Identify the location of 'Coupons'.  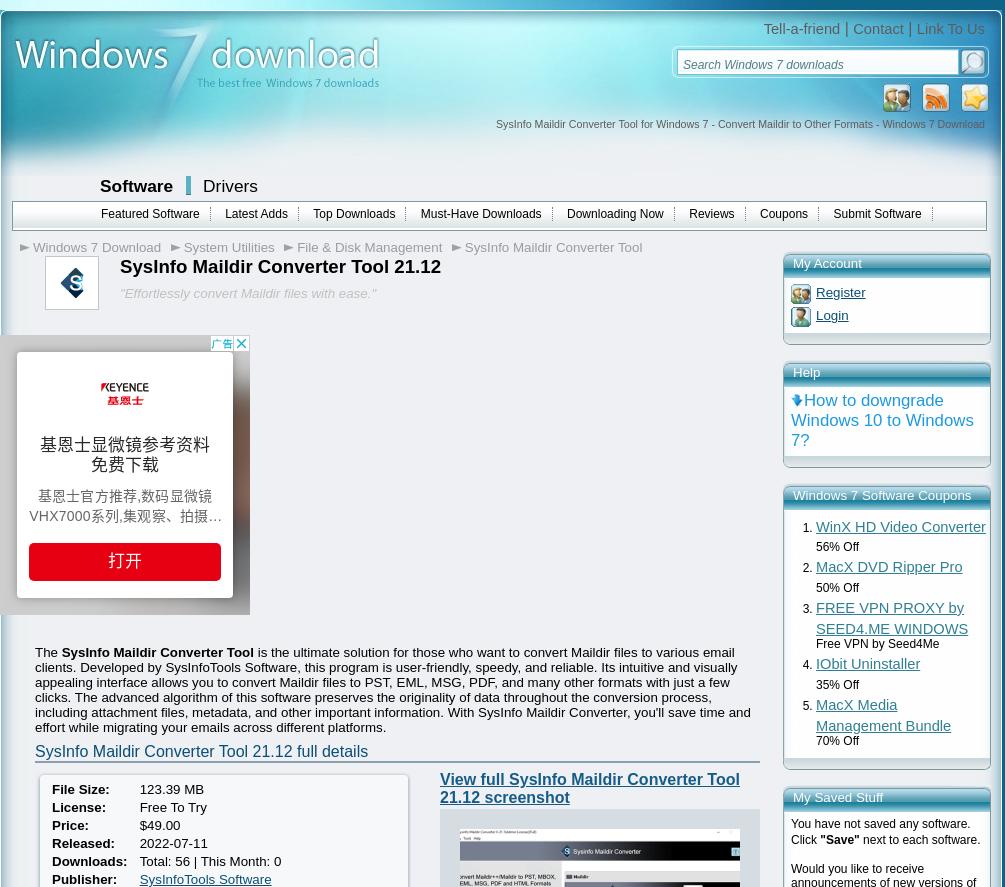
(784, 214).